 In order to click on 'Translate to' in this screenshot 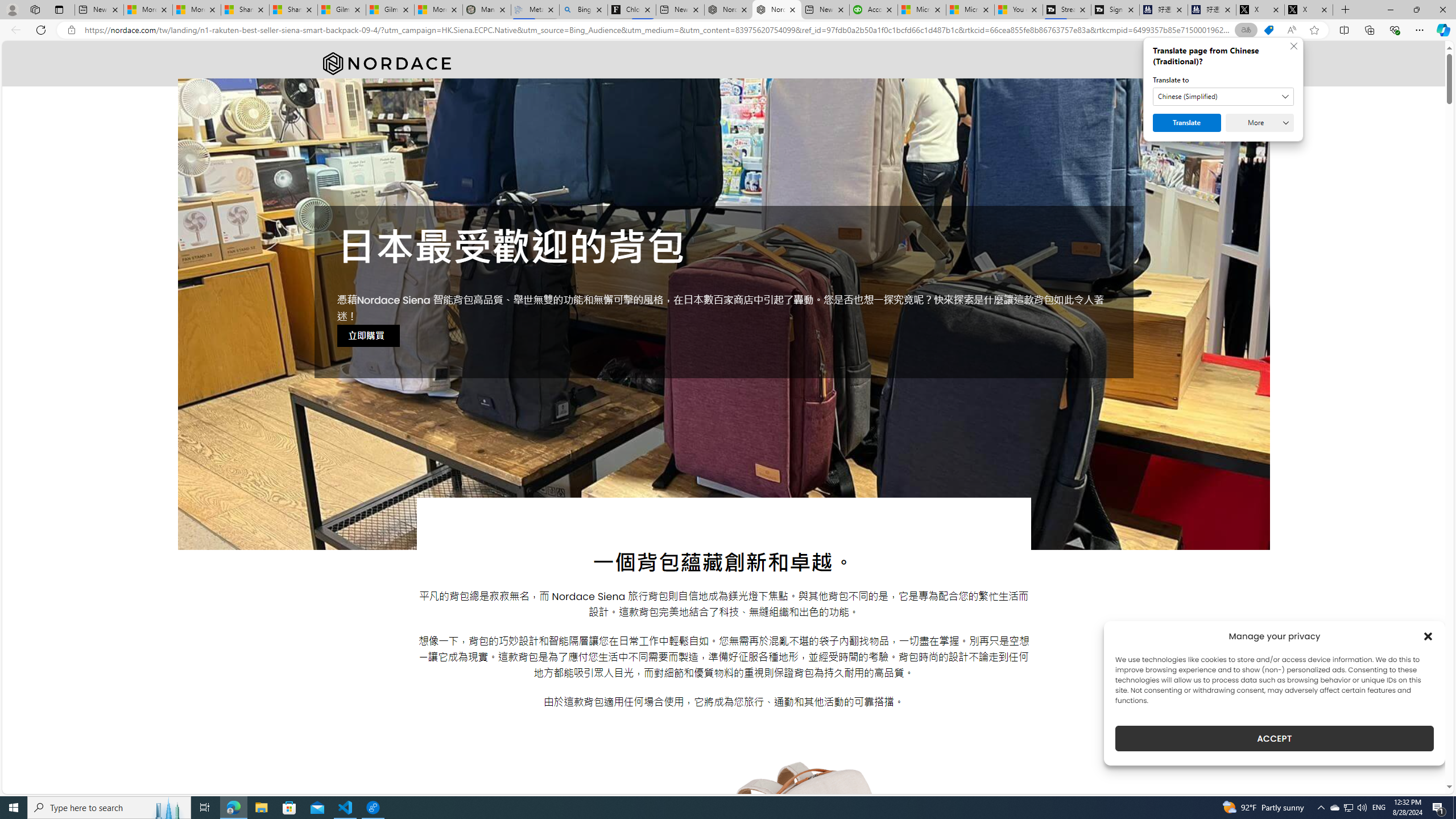, I will do `click(1223, 96)`.